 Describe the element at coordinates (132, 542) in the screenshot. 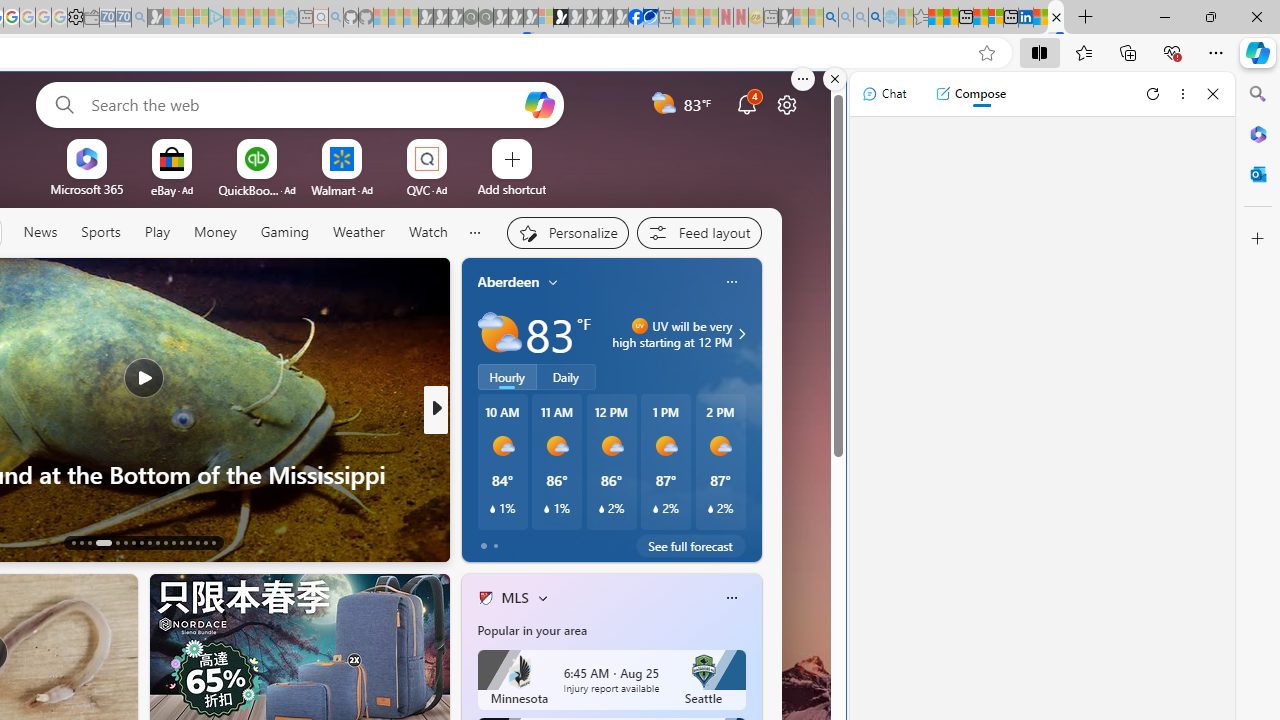

I see `'AutomationID: tab-19'` at that location.